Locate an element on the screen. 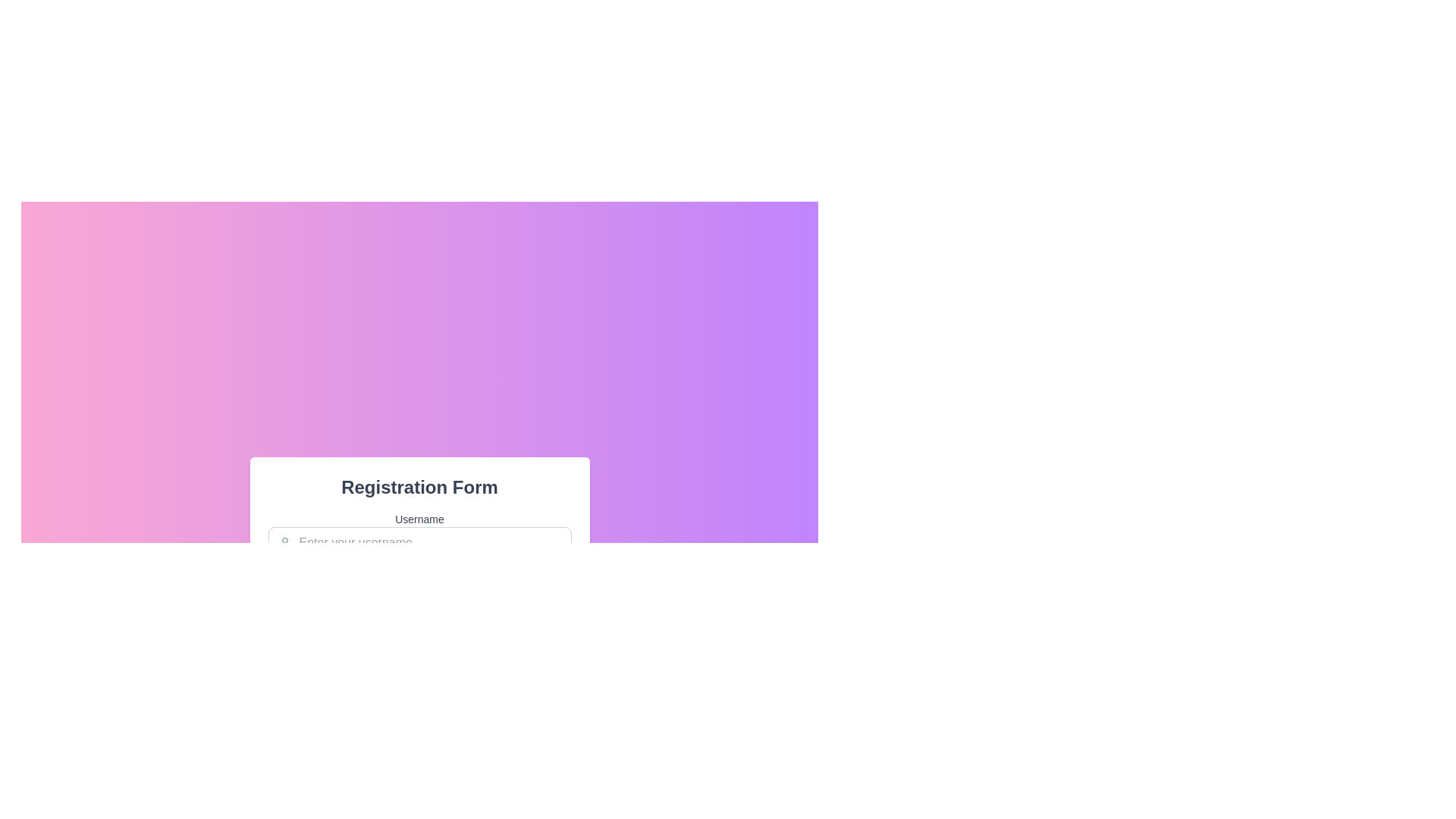 Image resolution: width=1456 pixels, height=819 pixels. the small user-shaped profile icon, which is gray and located within the username input field, positioned near the top-left corner is located at coordinates (284, 543).